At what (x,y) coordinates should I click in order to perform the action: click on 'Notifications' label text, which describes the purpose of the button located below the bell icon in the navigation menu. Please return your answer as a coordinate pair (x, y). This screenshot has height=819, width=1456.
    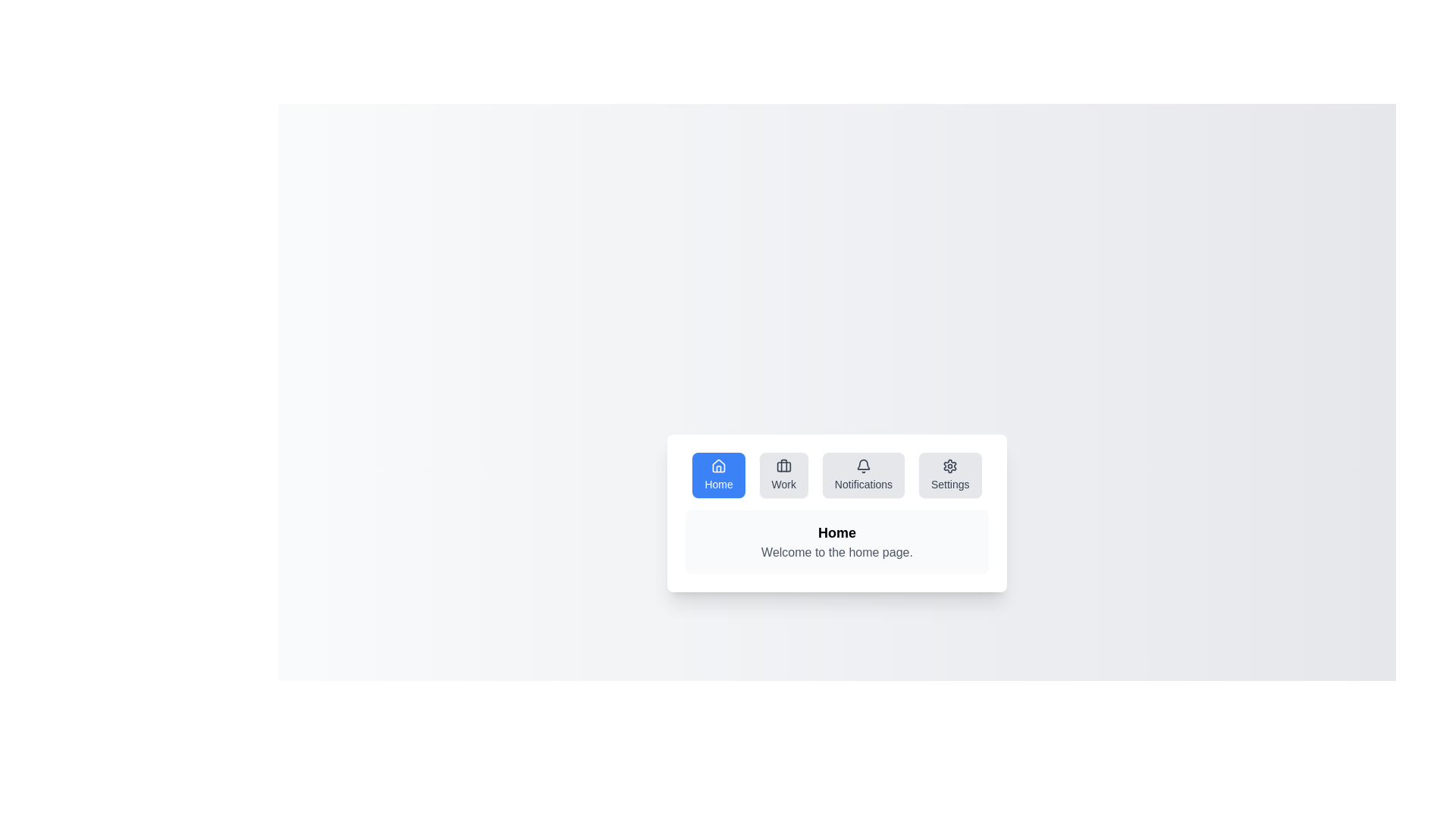
    Looking at the image, I should click on (863, 485).